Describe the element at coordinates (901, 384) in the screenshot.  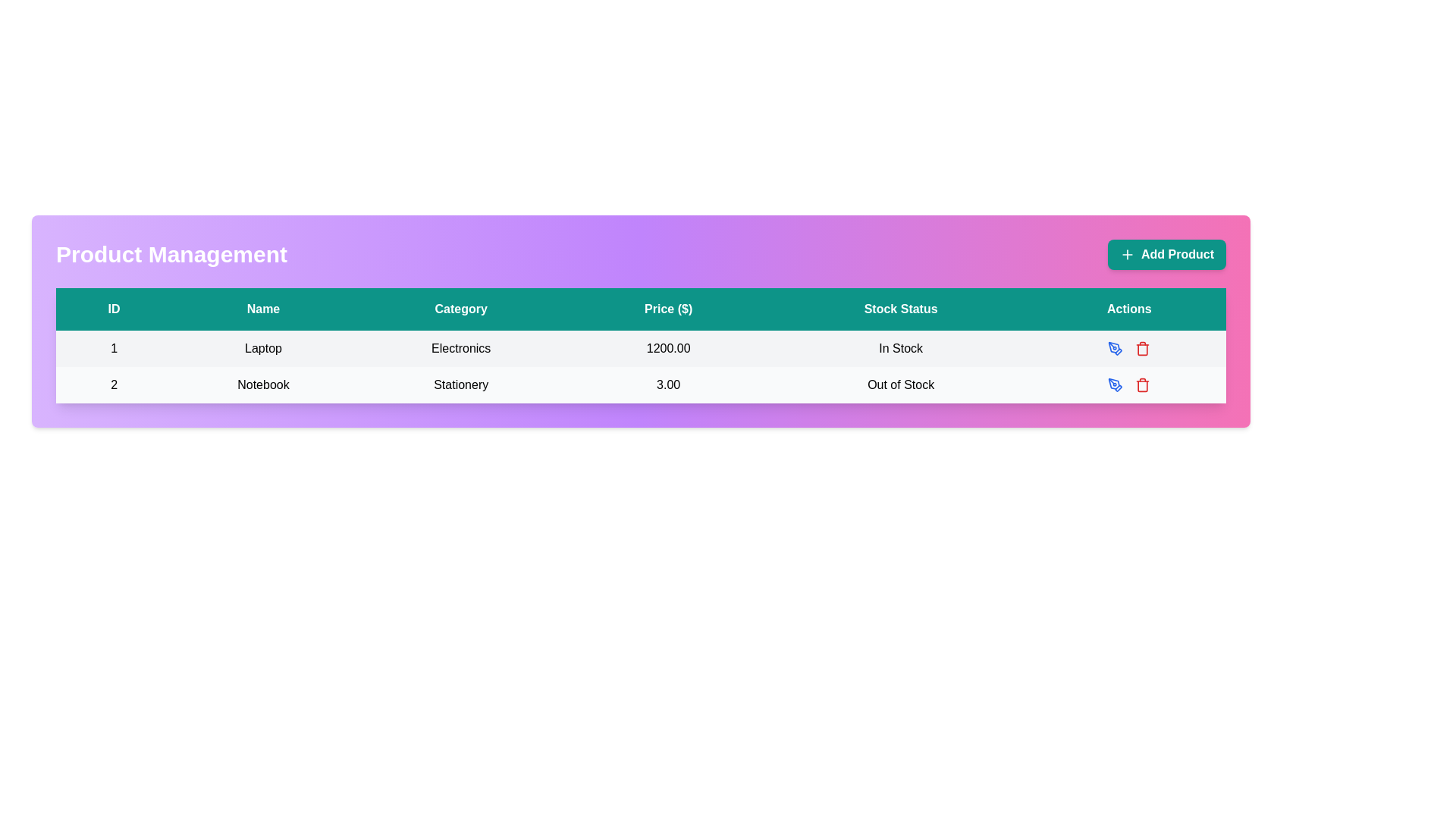
I see `the informational label indicating the availability status of the product 'Notebook', located in the 'Stock Status' column of the second row, to the right of the price '3.00'` at that location.